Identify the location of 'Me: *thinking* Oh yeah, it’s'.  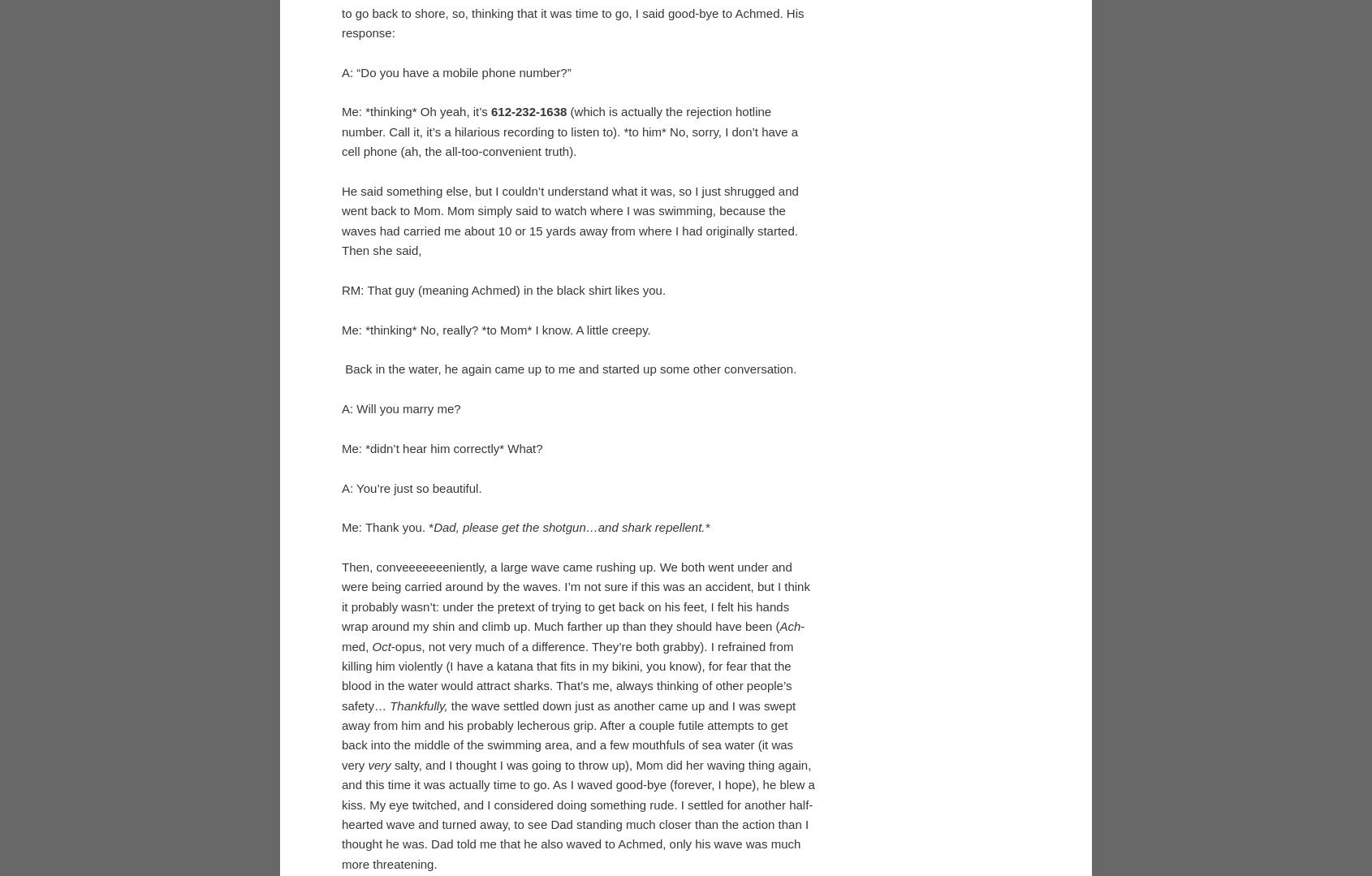
(340, 376).